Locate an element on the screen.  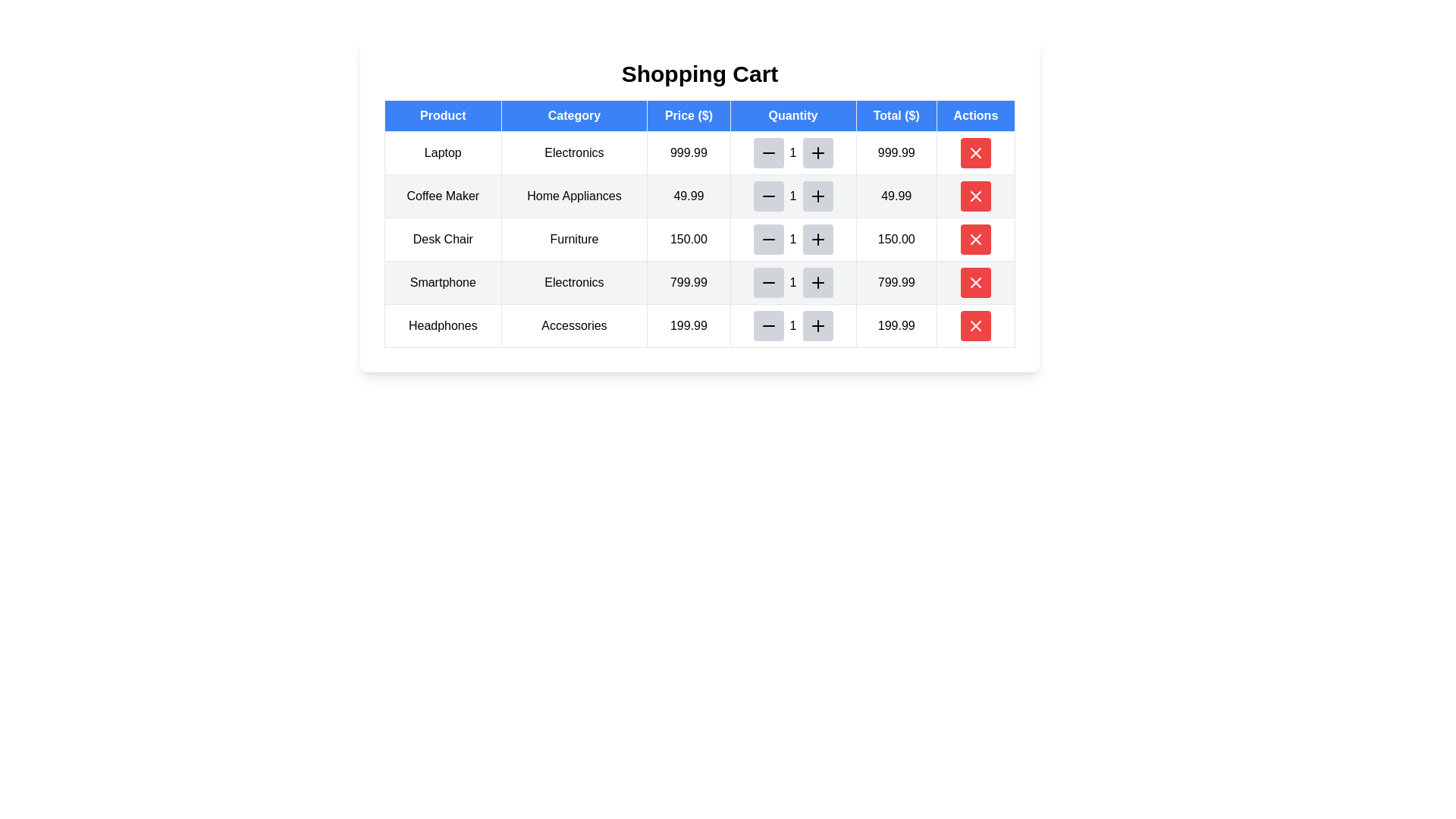
static text label that displays 'Coffee Maker', located in the second row, first column of the shopping cart table is located at coordinates (442, 195).